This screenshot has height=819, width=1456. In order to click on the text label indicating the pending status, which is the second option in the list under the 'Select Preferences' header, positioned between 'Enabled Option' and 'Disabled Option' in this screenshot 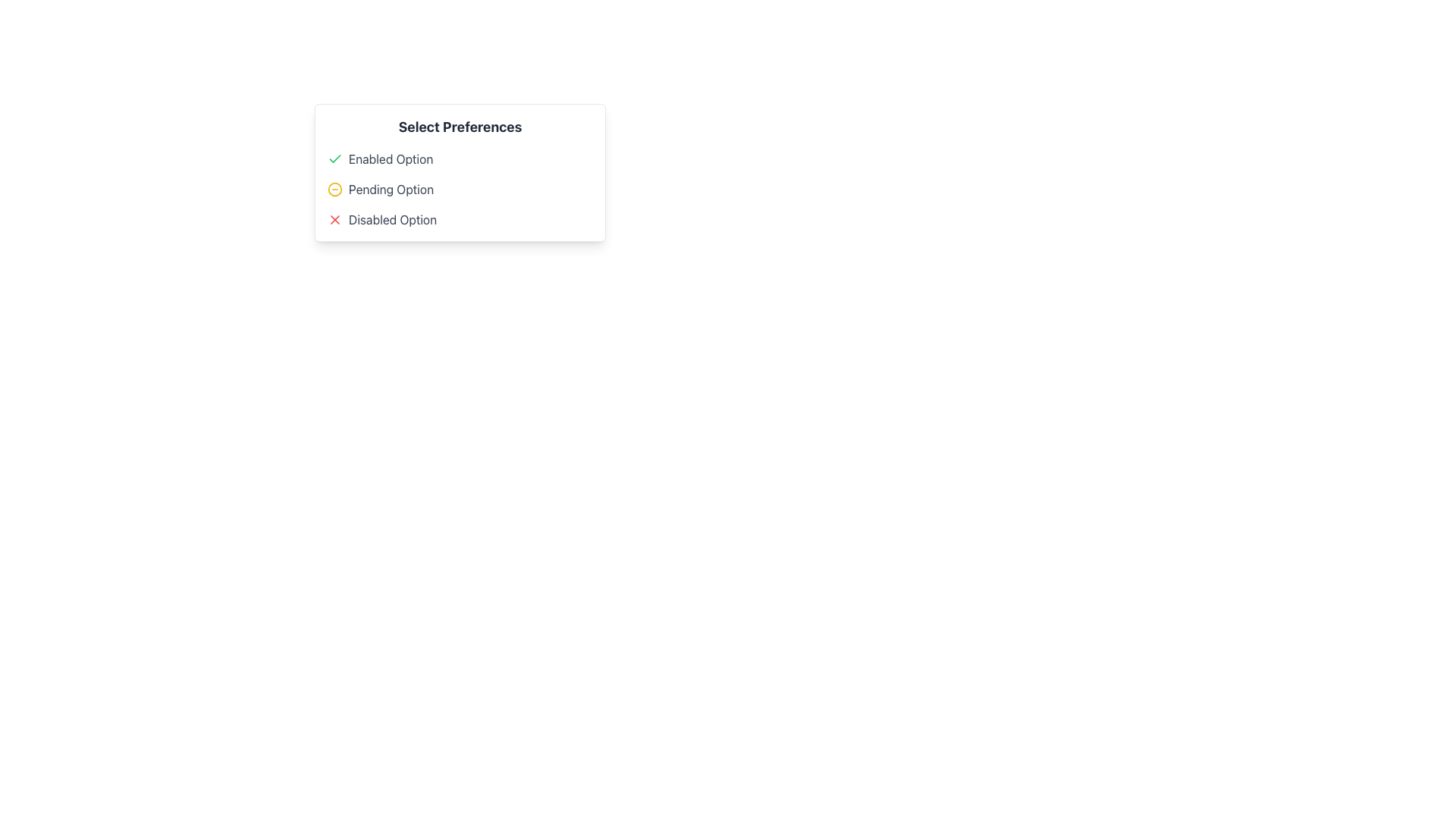, I will do `click(391, 189)`.